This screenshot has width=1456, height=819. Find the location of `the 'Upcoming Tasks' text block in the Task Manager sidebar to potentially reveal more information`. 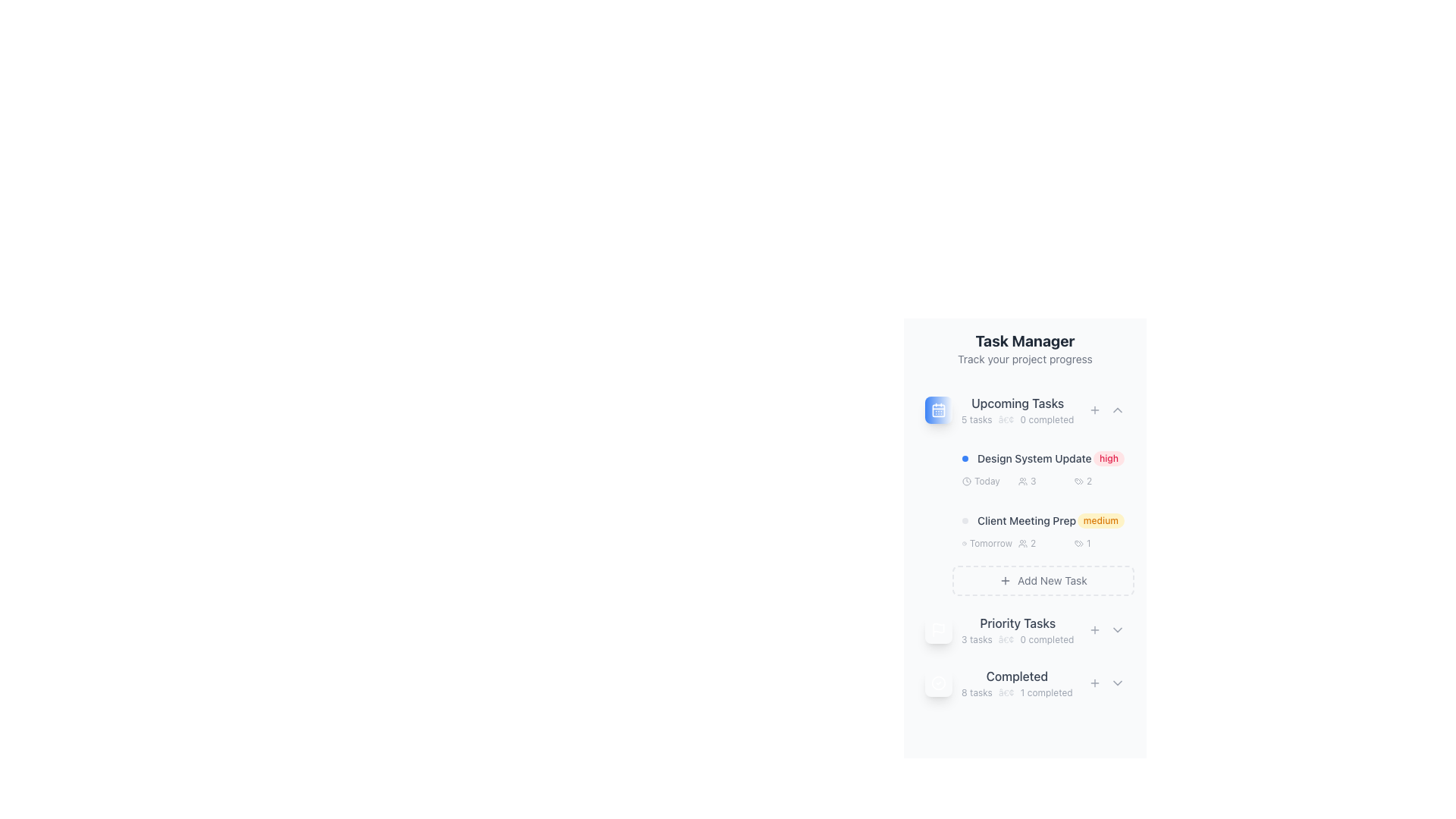

the 'Upcoming Tasks' text block in the Task Manager sidebar to potentially reveal more information is located at coordinates (1018, 409).